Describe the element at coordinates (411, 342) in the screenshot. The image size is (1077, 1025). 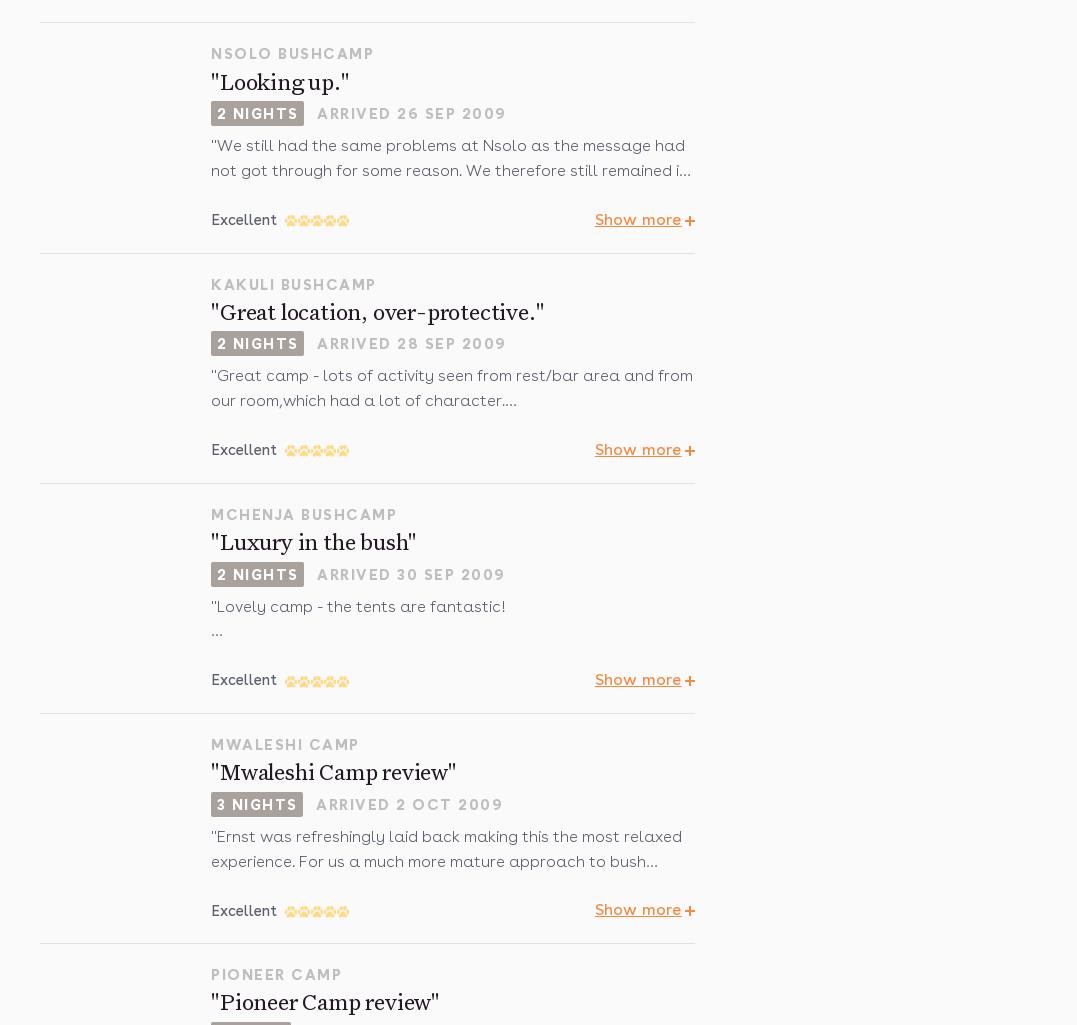
I see `'Arrived
					28 Sep 2009'` at that location.